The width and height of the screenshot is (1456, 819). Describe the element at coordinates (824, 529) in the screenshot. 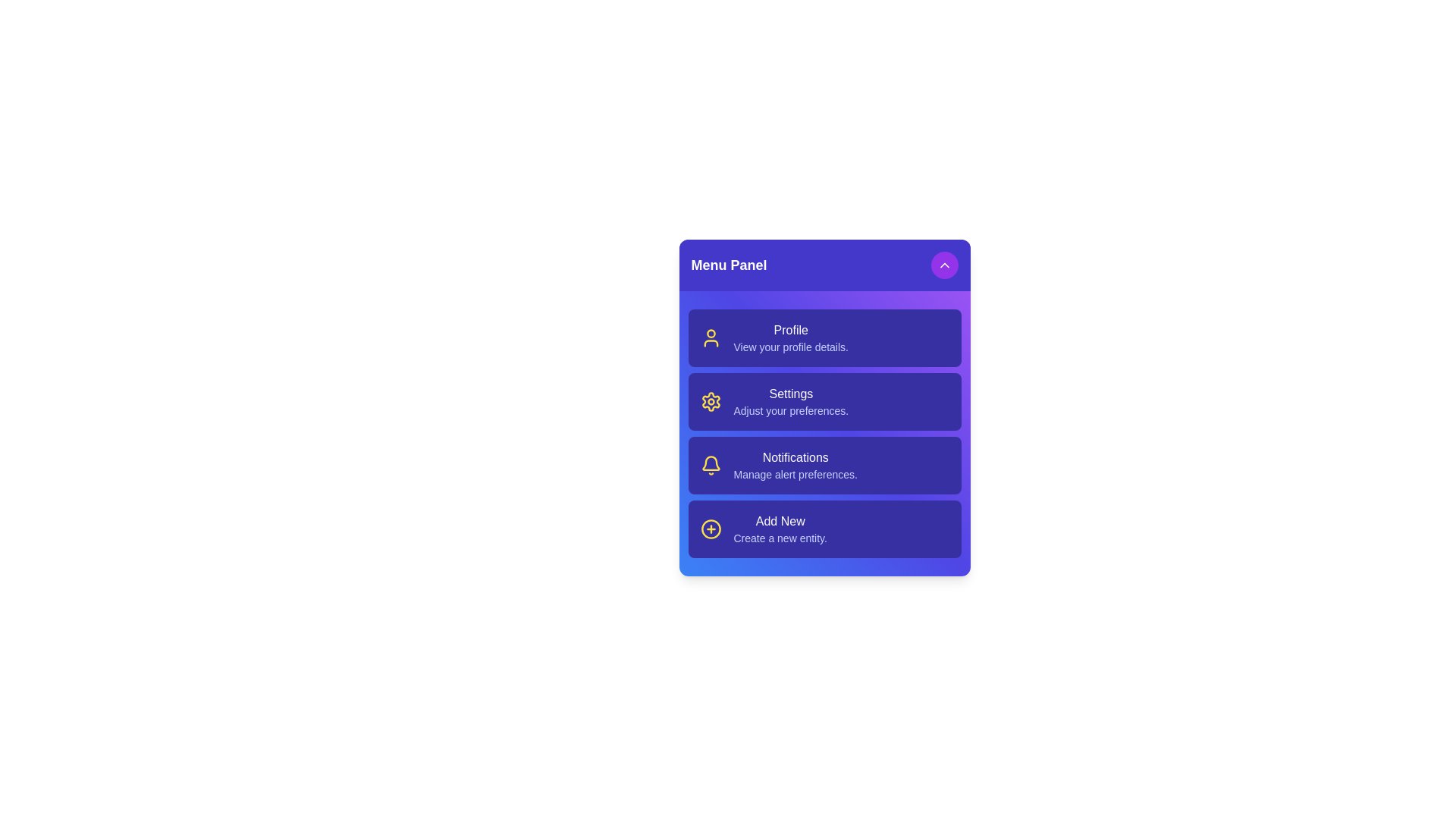

I see `the menu item Add New to trigger its hover effect` at that location.